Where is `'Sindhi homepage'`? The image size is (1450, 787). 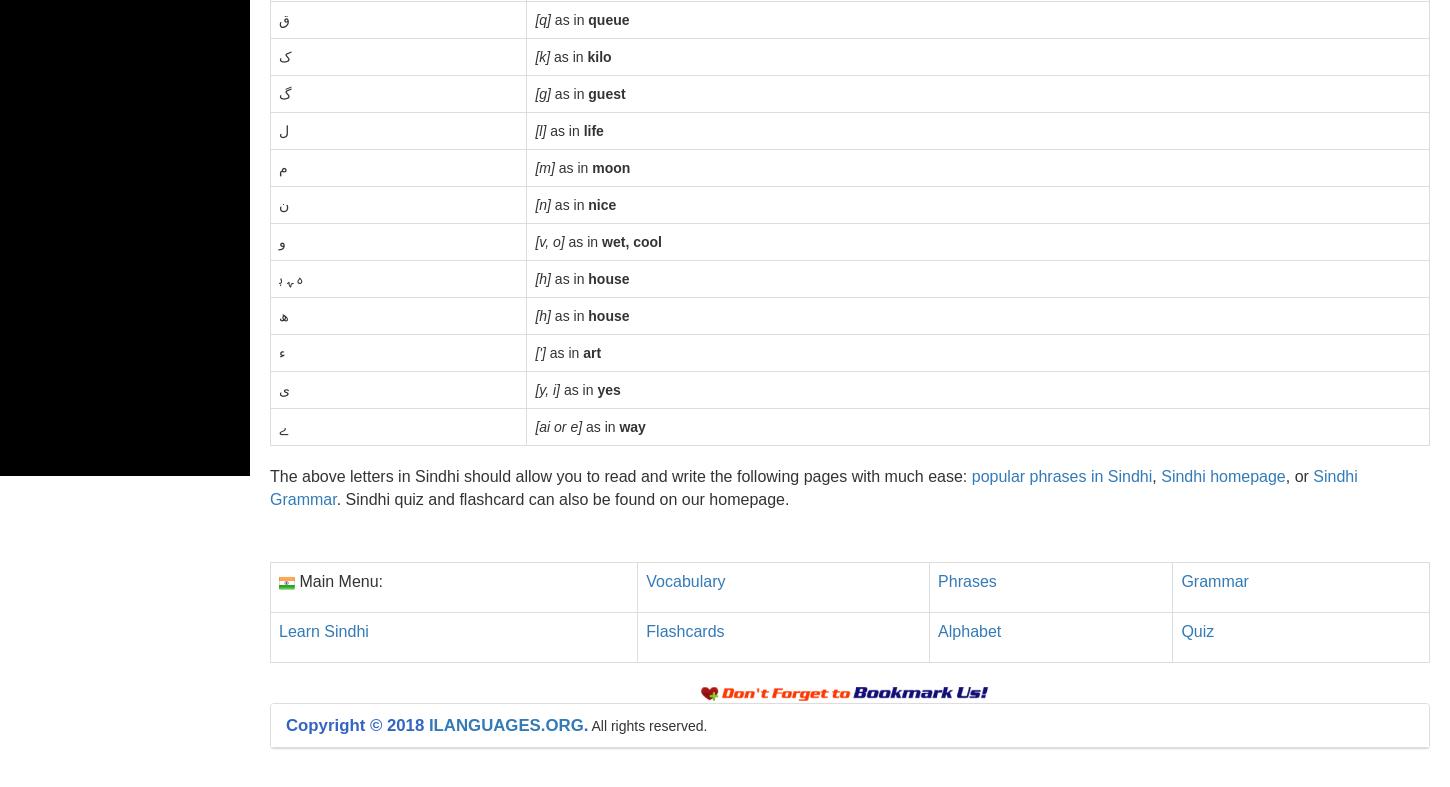 'Sindhi homepage' is located at coordinates (1222, 476).